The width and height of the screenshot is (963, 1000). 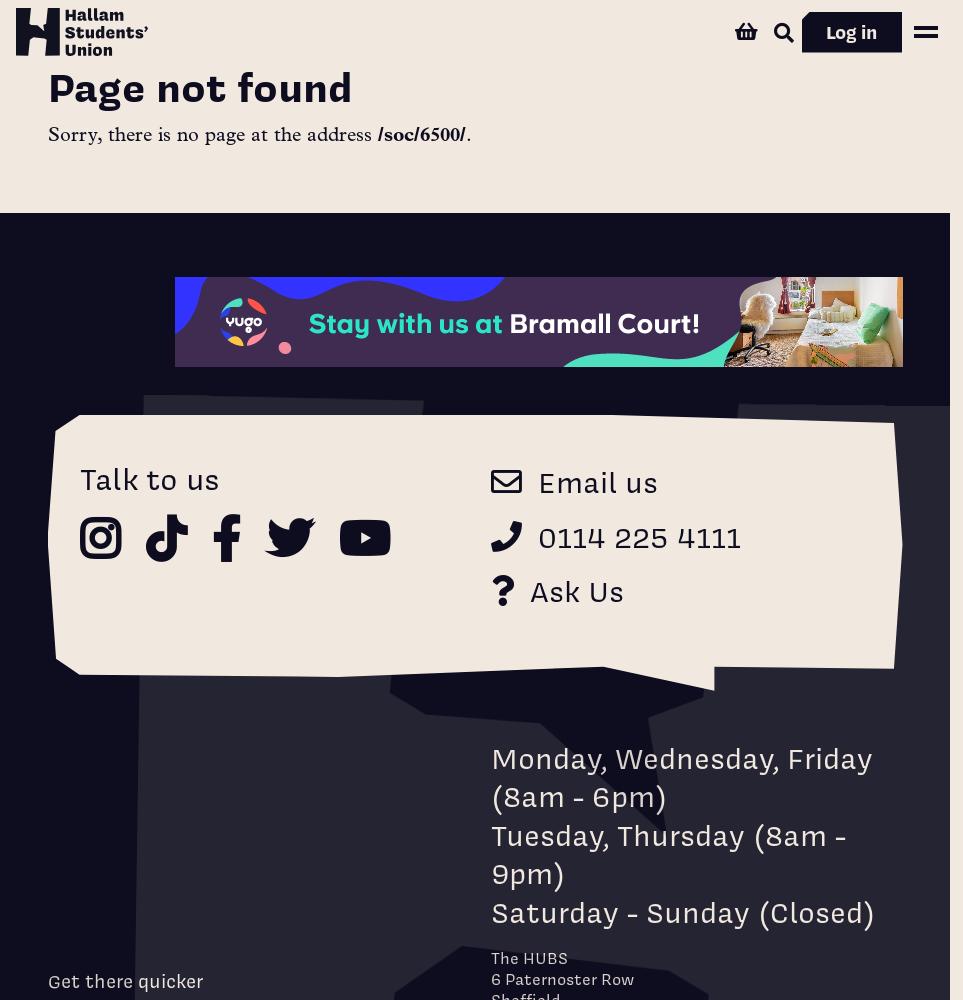 I want to click on 'Talk to us', so click(x=148, y=477).